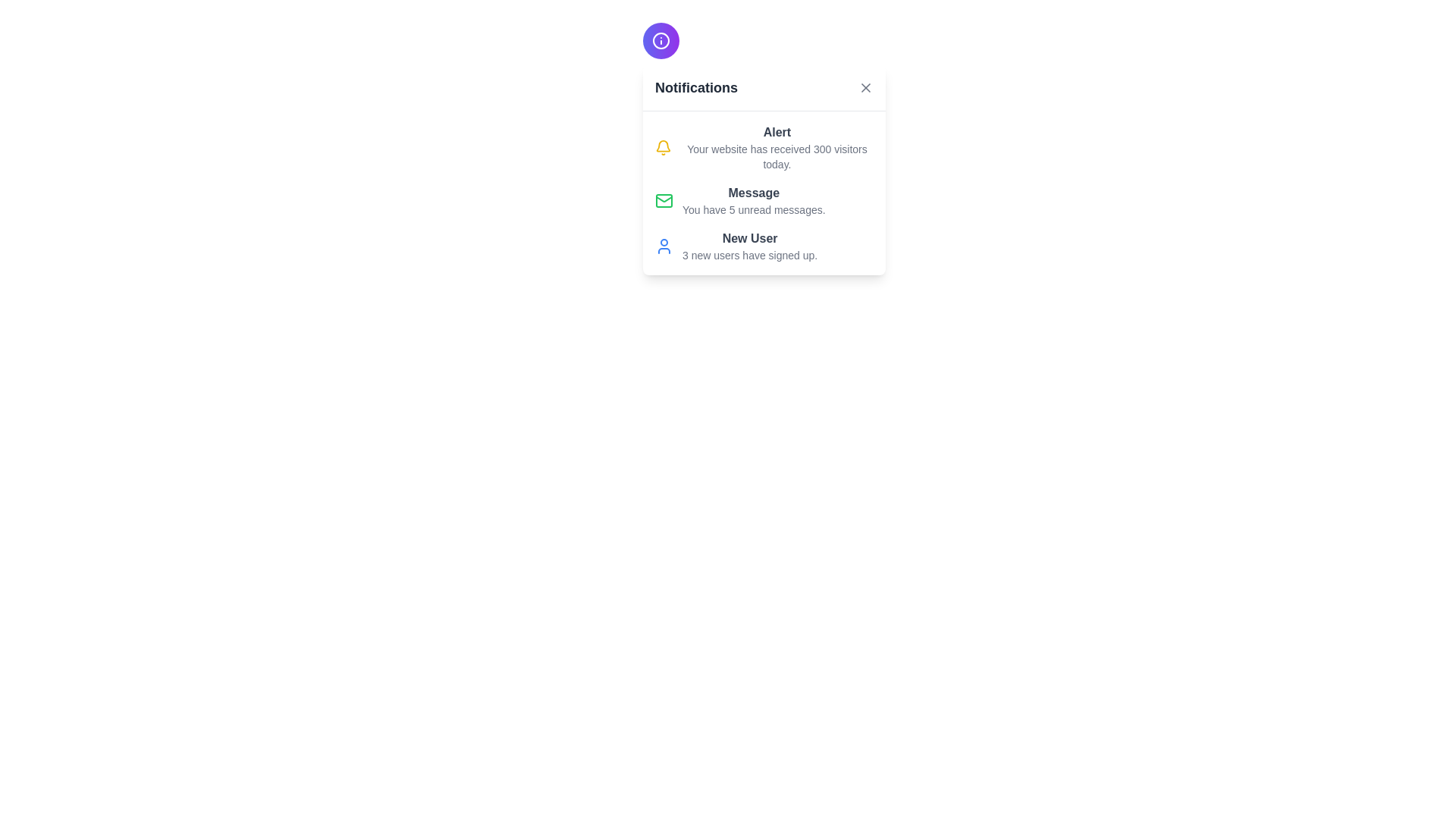  Describe the element at coordinates (777, 131) in the screenshot. I see `the 'Alert' text label, which is a bold, gray-colored sans-serif text prominently displayed at the top of a notification card` at that location.